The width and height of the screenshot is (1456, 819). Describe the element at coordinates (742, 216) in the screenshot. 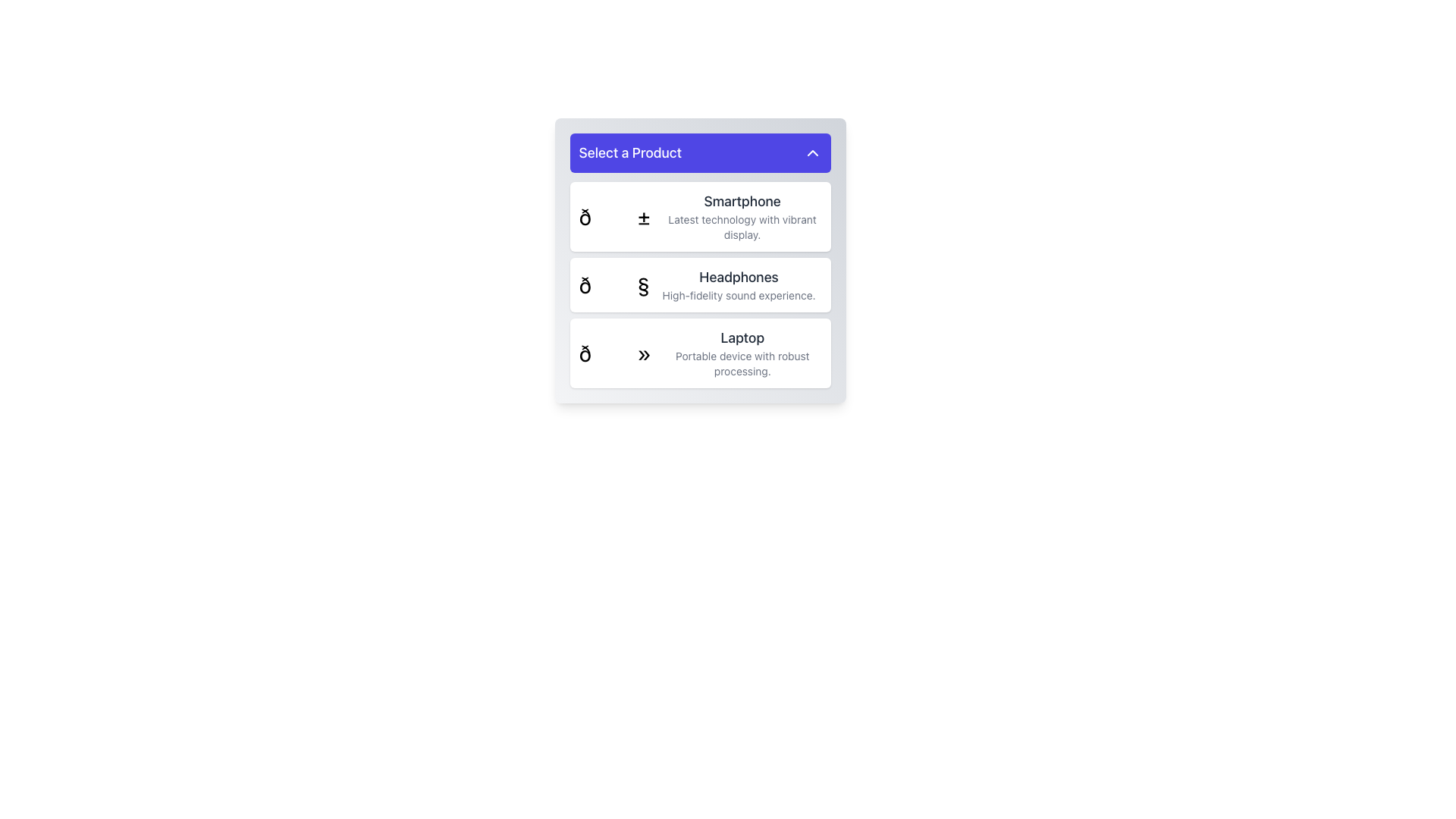

I see `the second selectable list item representing the 'Smartphone' category in the product selection menu` at that location.